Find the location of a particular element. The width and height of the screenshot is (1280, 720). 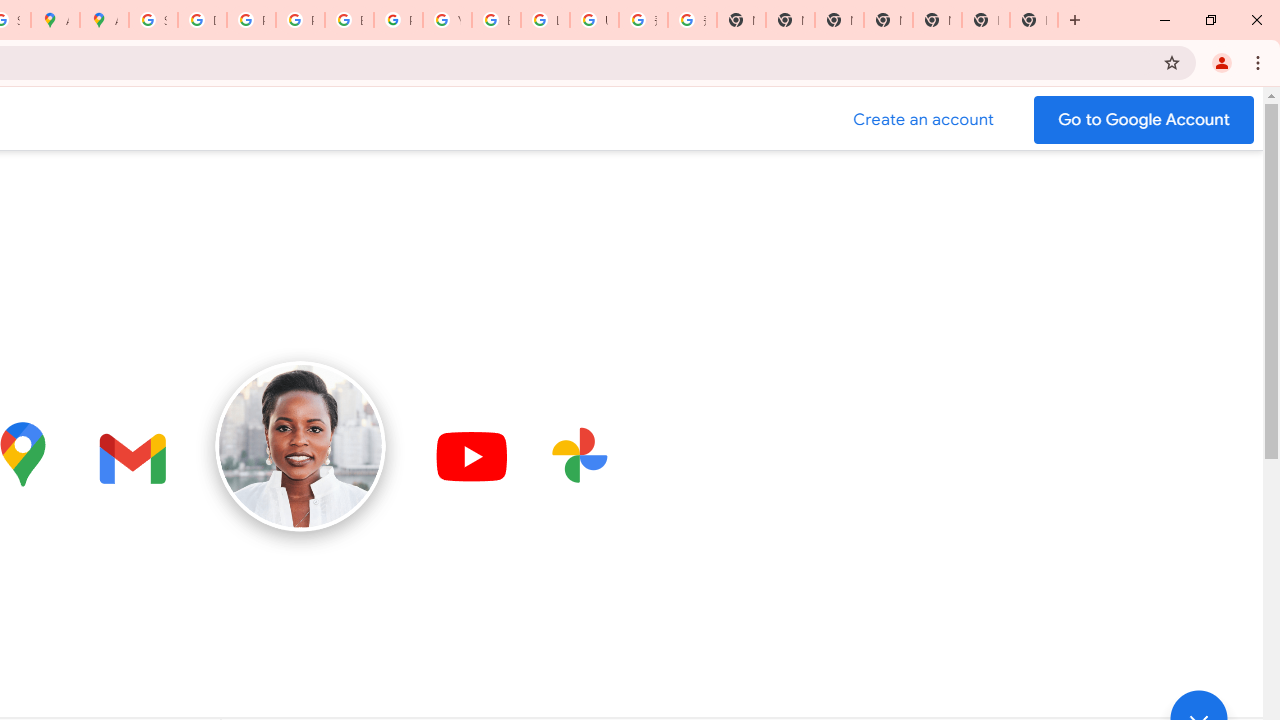

'New Tab' is located at coordinates (1034, 20).